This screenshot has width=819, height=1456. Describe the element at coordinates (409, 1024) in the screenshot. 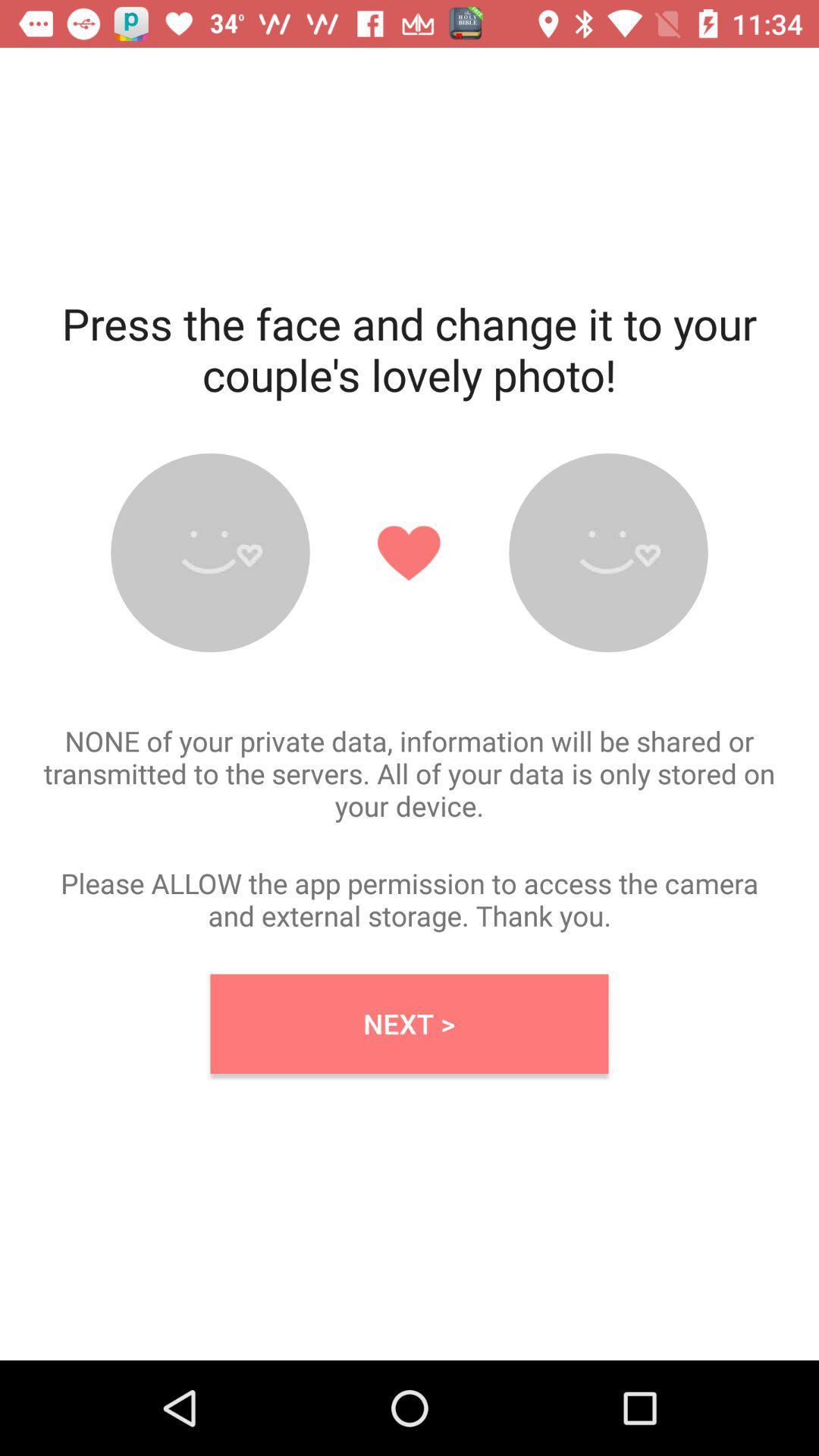

I see `the app below the please allow the app` at that location.